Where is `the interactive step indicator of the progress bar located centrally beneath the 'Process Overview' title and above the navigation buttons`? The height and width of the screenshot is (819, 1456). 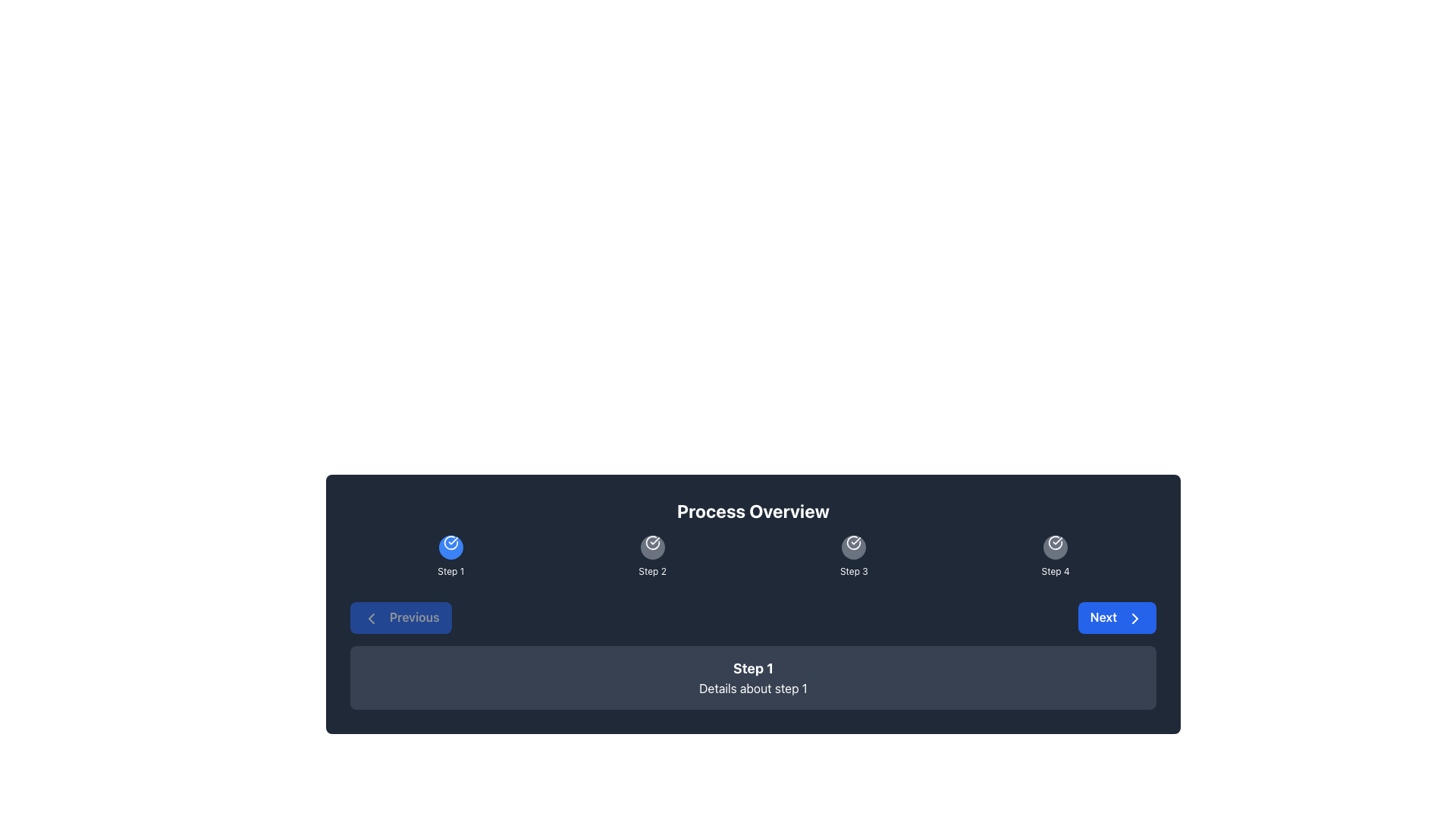
the interactive step indicator of the progress bar located centrally beneath the 'Process Overview' title and above the navigation buttons is located at coordinates (753, 556).